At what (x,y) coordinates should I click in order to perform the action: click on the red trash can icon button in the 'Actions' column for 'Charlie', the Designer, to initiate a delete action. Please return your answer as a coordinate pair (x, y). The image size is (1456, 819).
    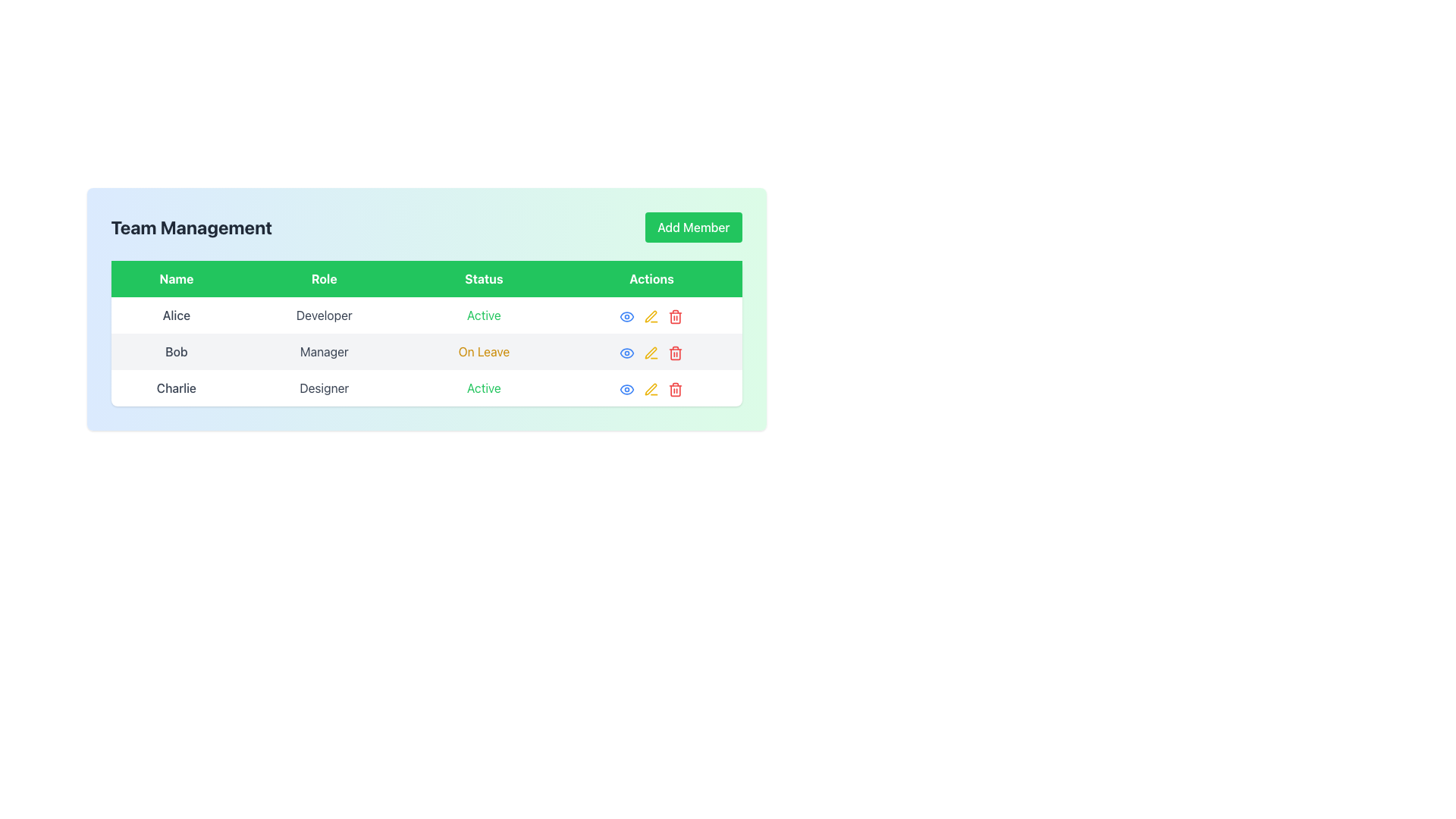
    Looking at the image, I should click on (675, 388).